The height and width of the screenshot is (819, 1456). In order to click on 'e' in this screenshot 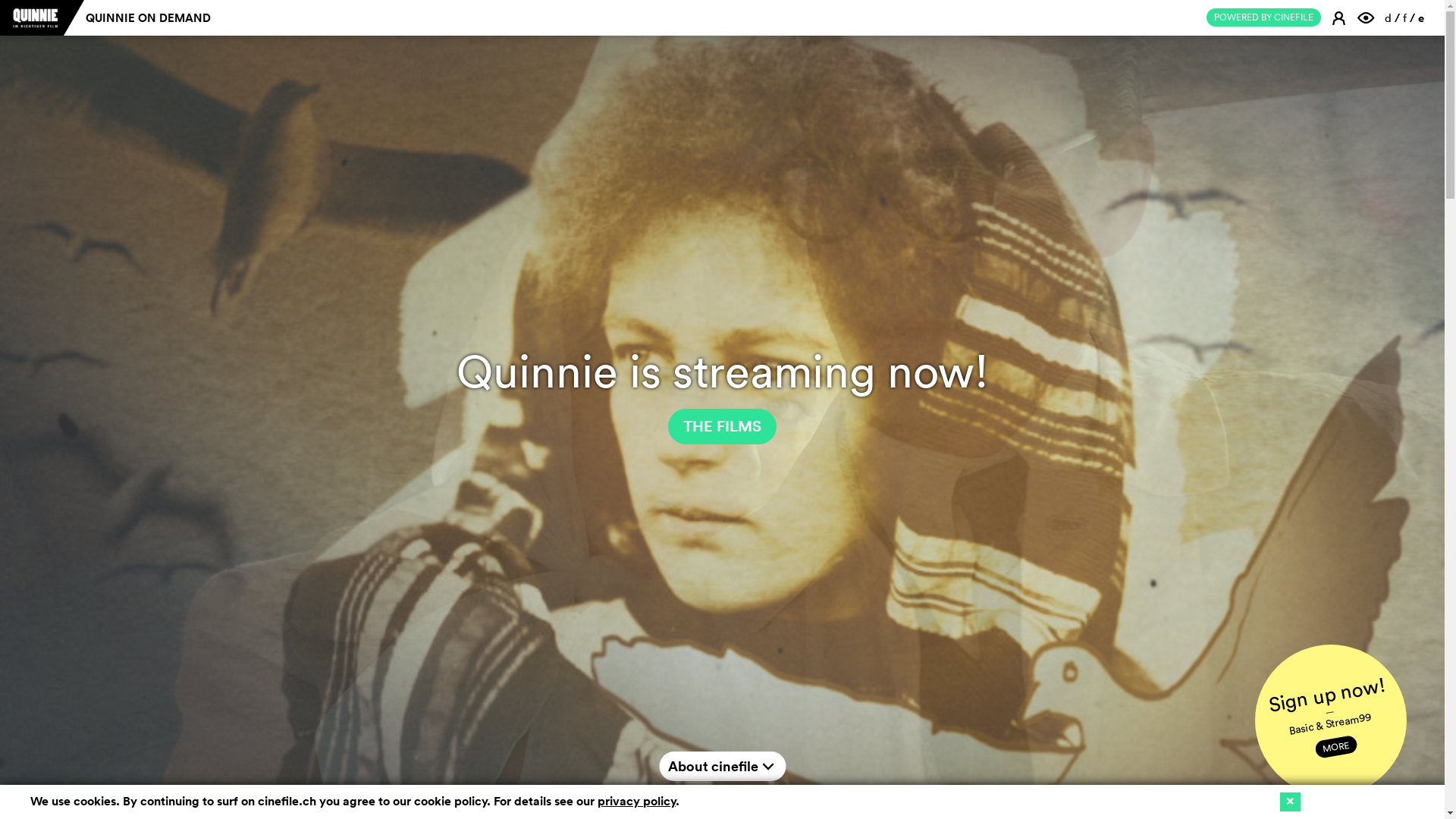, I will do `click(1414, 17)`.